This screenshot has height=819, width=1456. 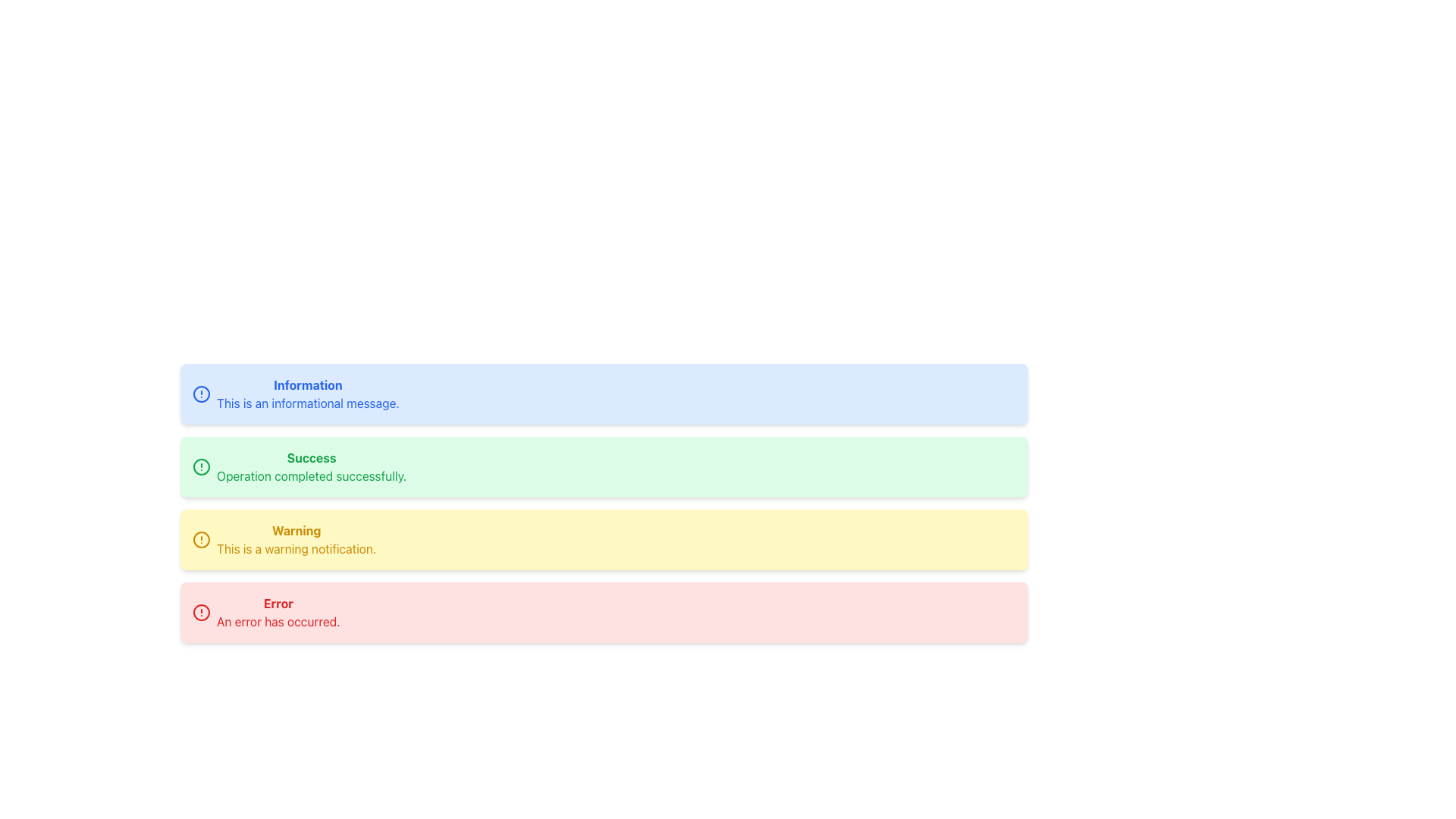 I want to click on the error alert icon located in the red notification box at the bottom left, preceding the 'Error' text, so click(x=200, y=611).